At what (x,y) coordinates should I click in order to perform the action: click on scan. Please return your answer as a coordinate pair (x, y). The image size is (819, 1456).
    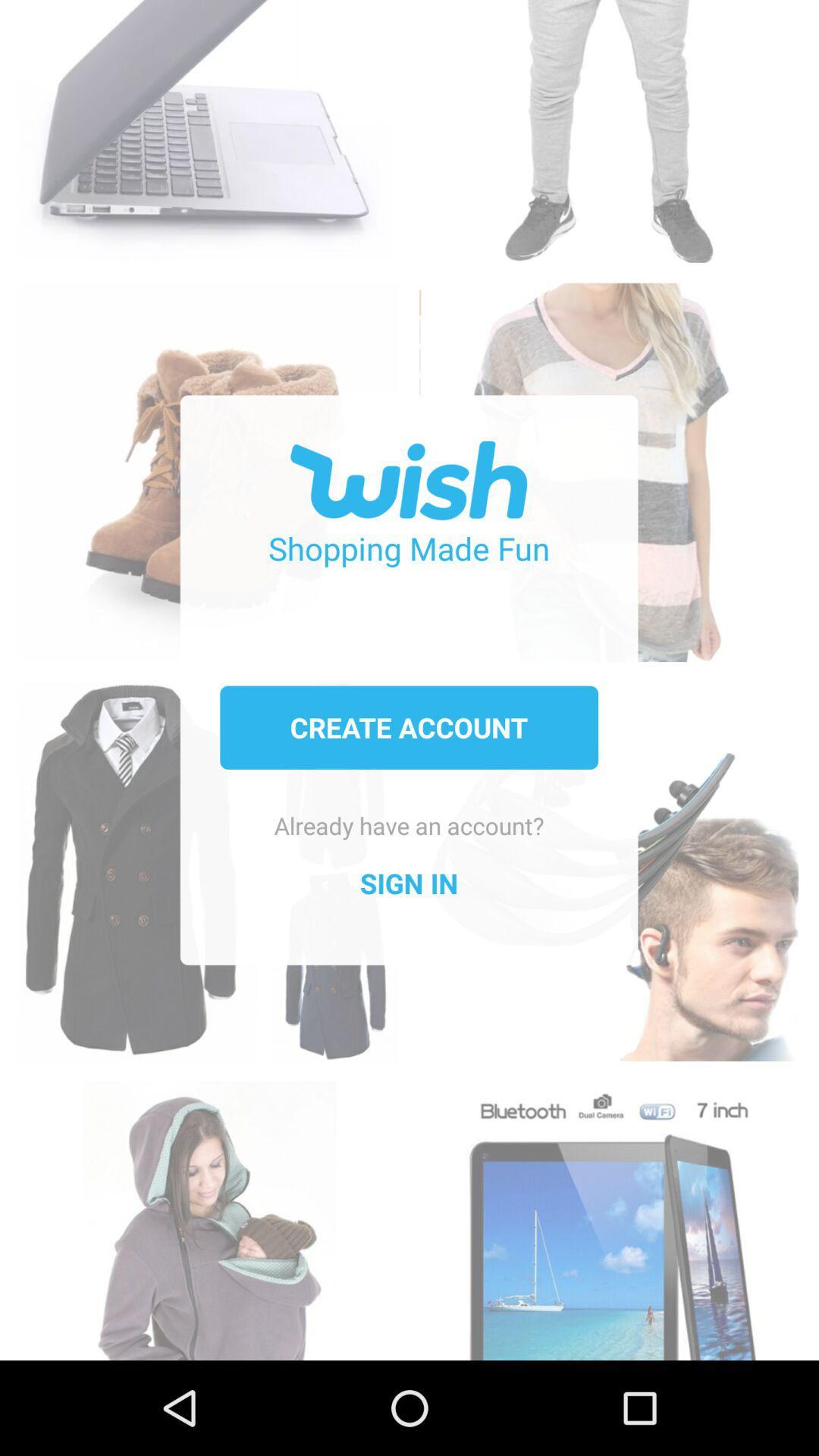
    Looking at the image, I should click on (607, 1212).